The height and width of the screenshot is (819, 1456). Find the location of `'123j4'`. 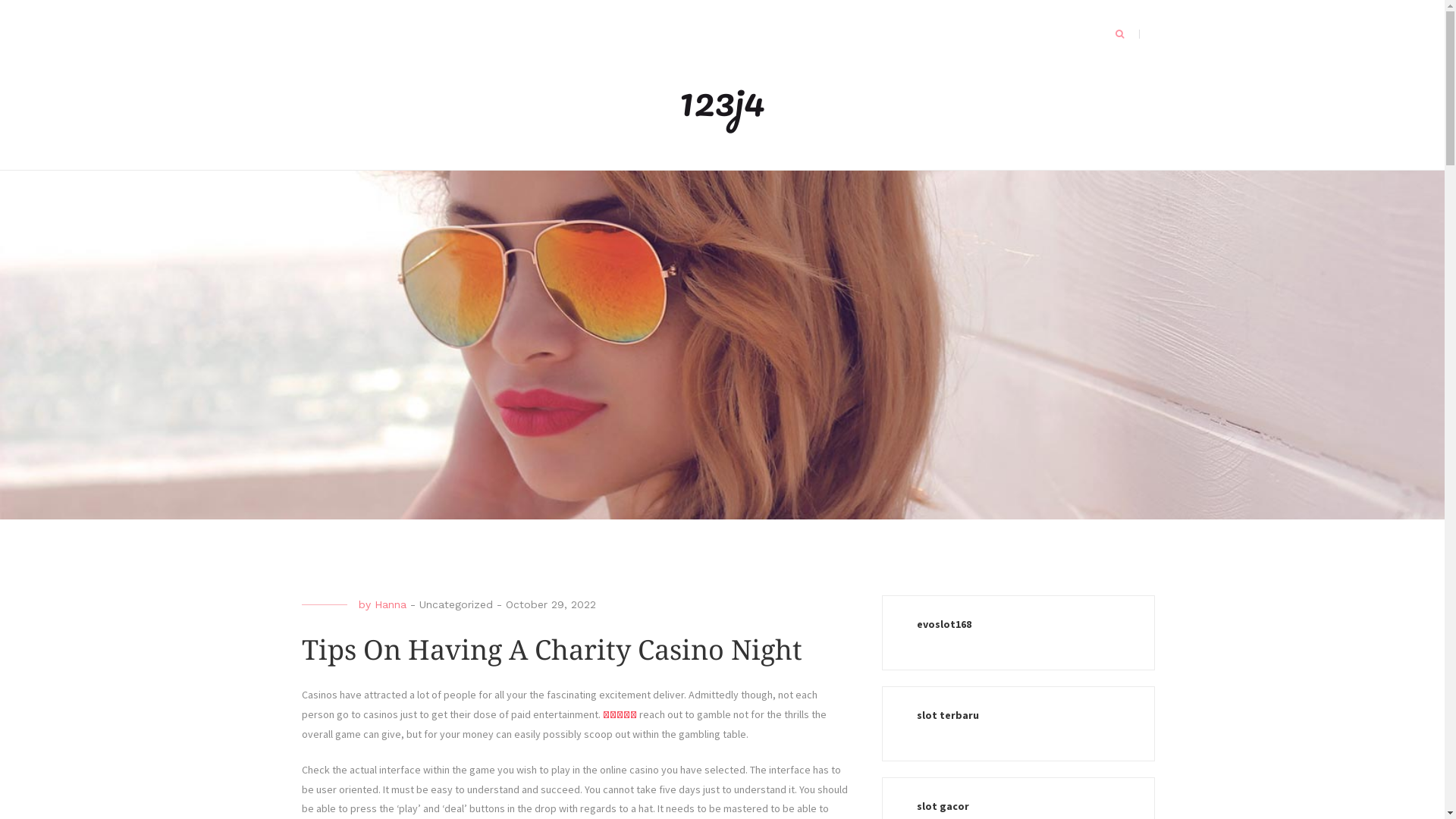

'123j4' is located at coordinates (721, 99).